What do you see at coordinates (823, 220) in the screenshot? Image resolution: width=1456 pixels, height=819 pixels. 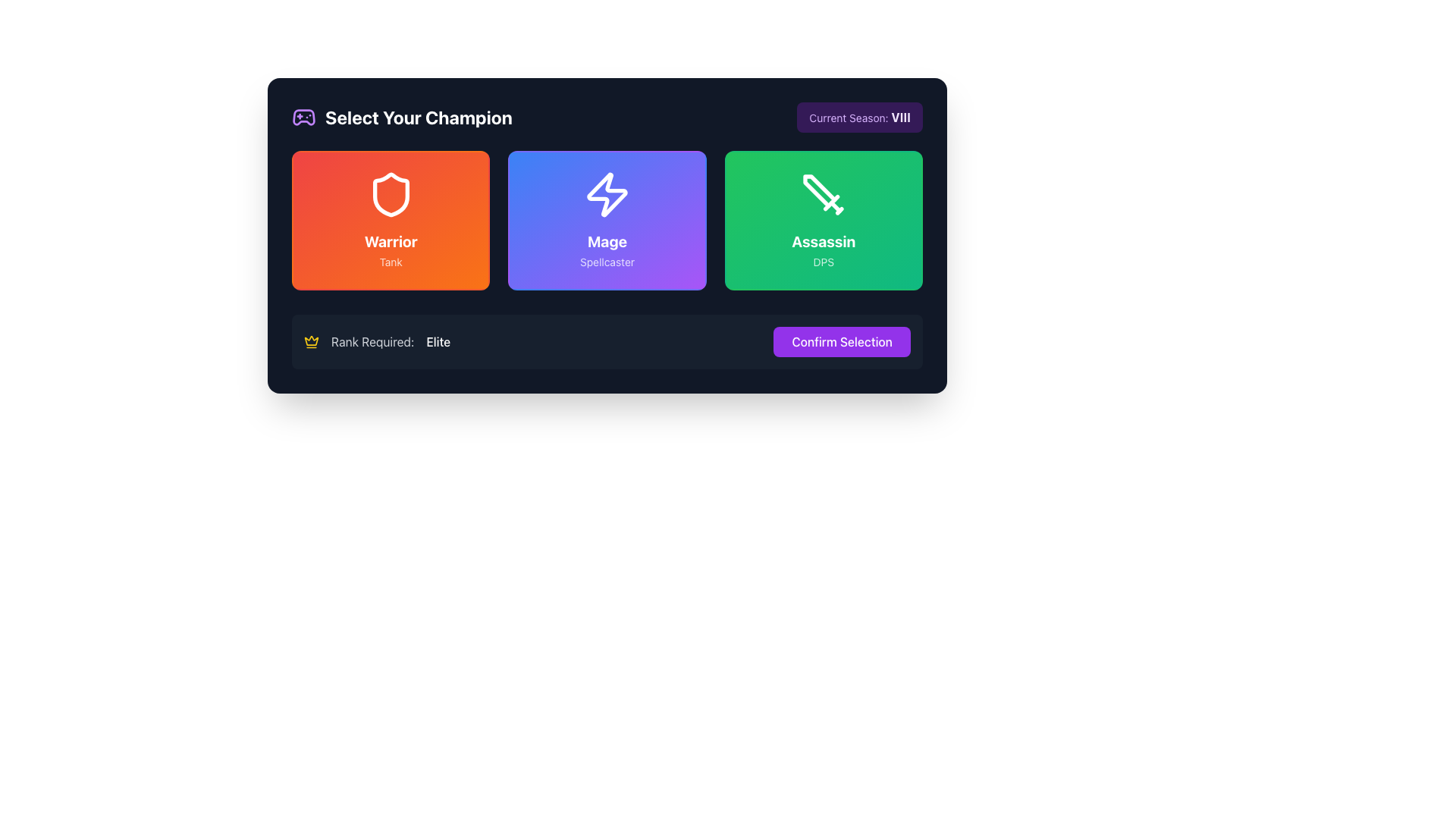 I see `the 'Assassin' champion selection button located in the third column of the grid layout, which provides visual feedback upon selection` at bounding box center [823, 220].